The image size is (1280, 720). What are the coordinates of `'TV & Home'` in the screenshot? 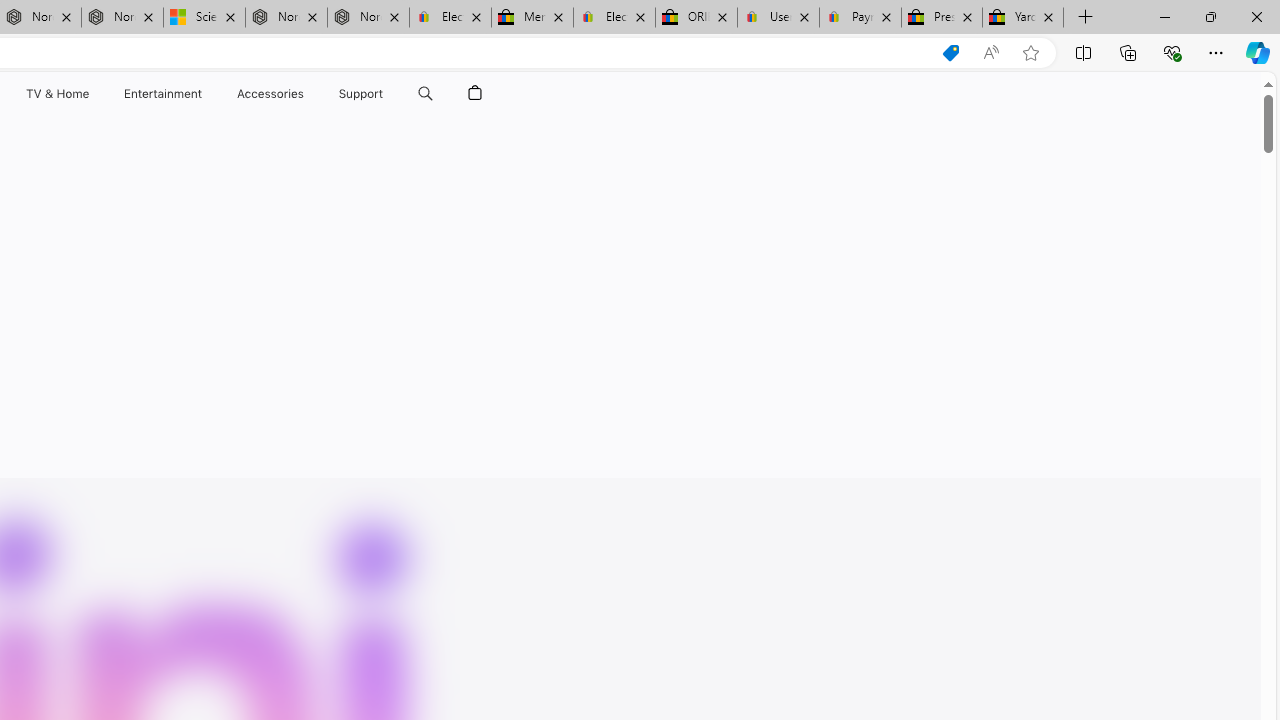 It's located at (56, 93).